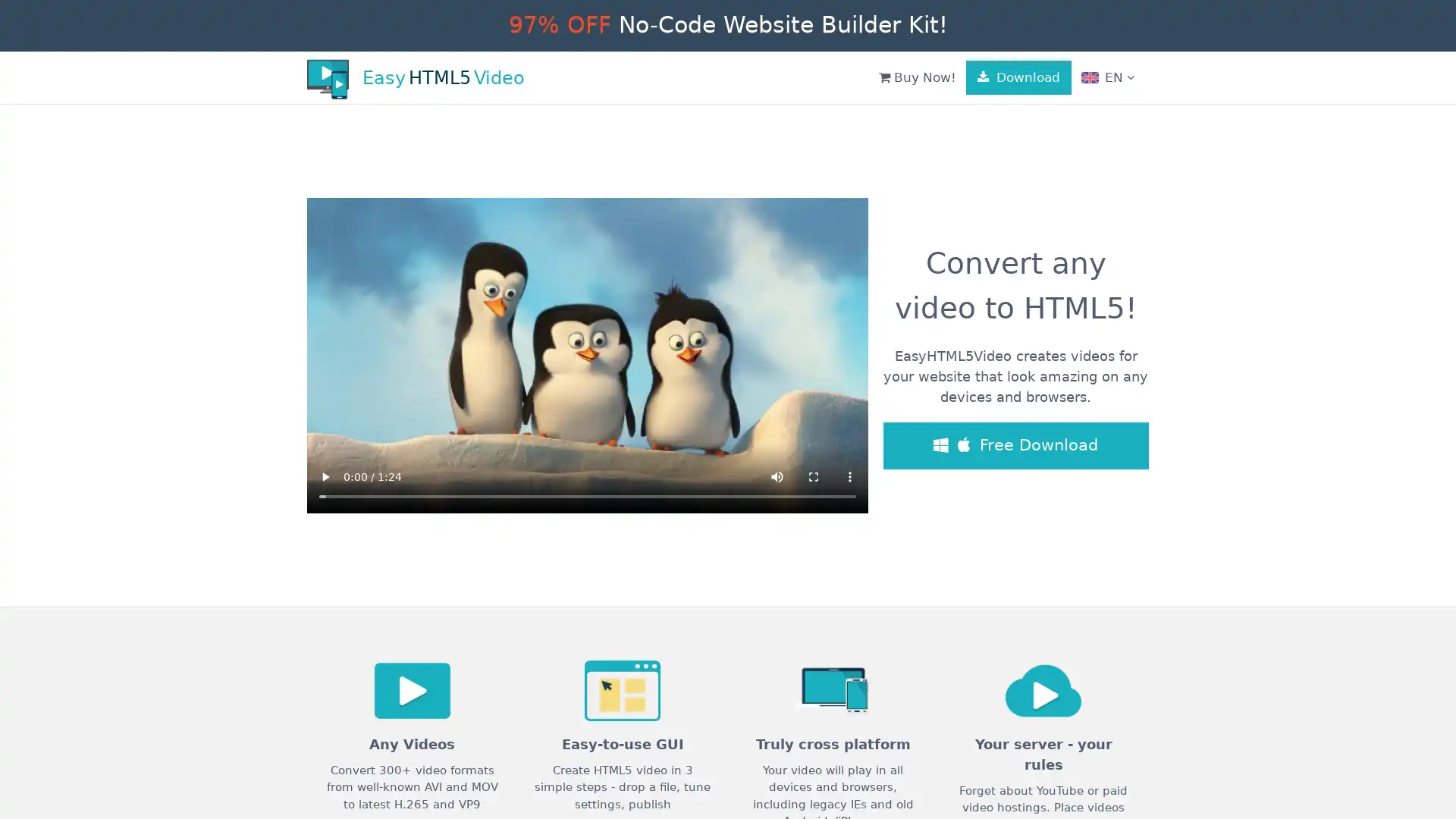 Image resolution: width=1456 pixels, height=819 pixels. Describe the element at coordinates (777, 475) in the screenshot. I see `mute` at that location.